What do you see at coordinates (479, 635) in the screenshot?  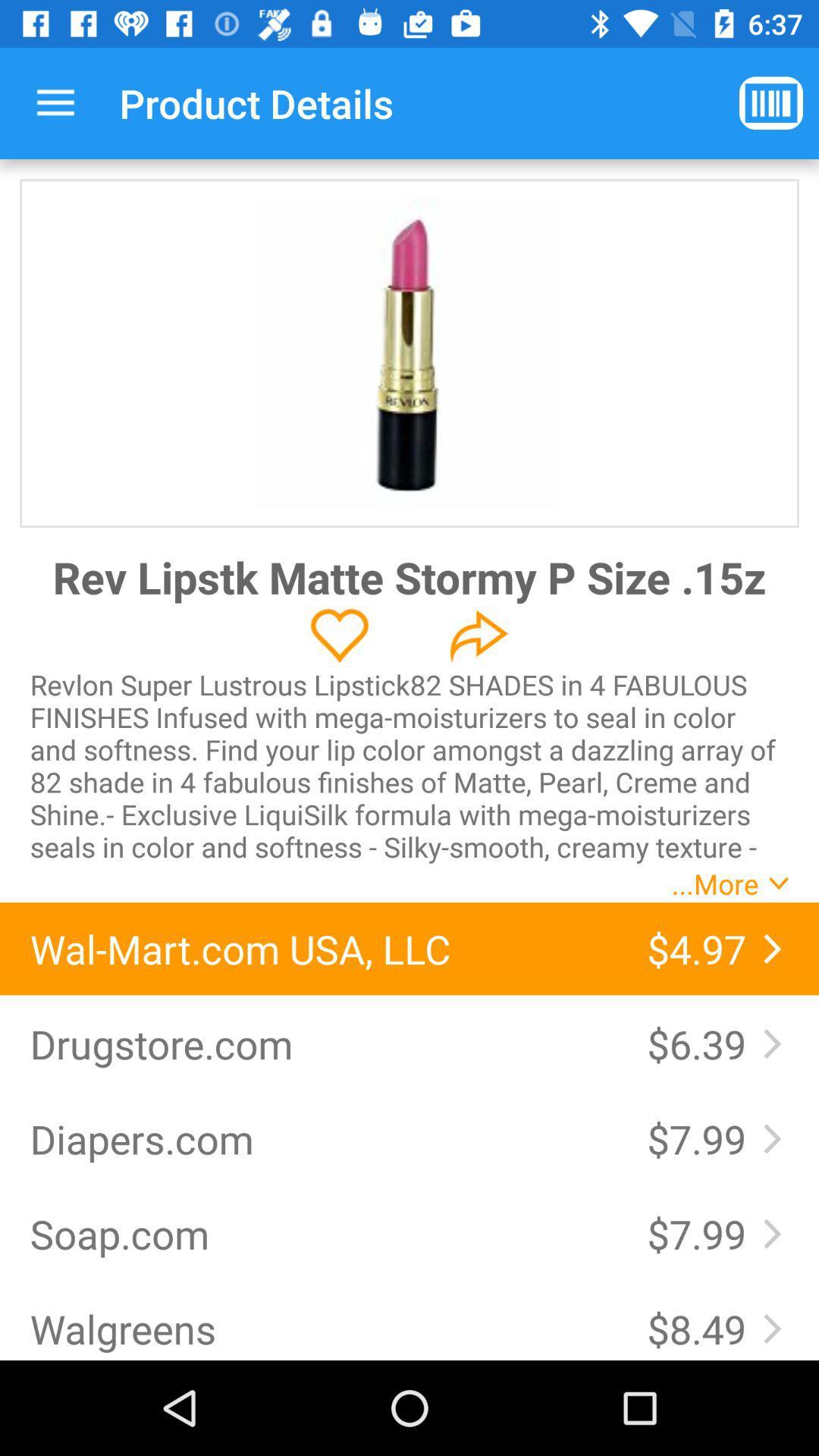 I see `share the product` at bounding box center [479, 635].